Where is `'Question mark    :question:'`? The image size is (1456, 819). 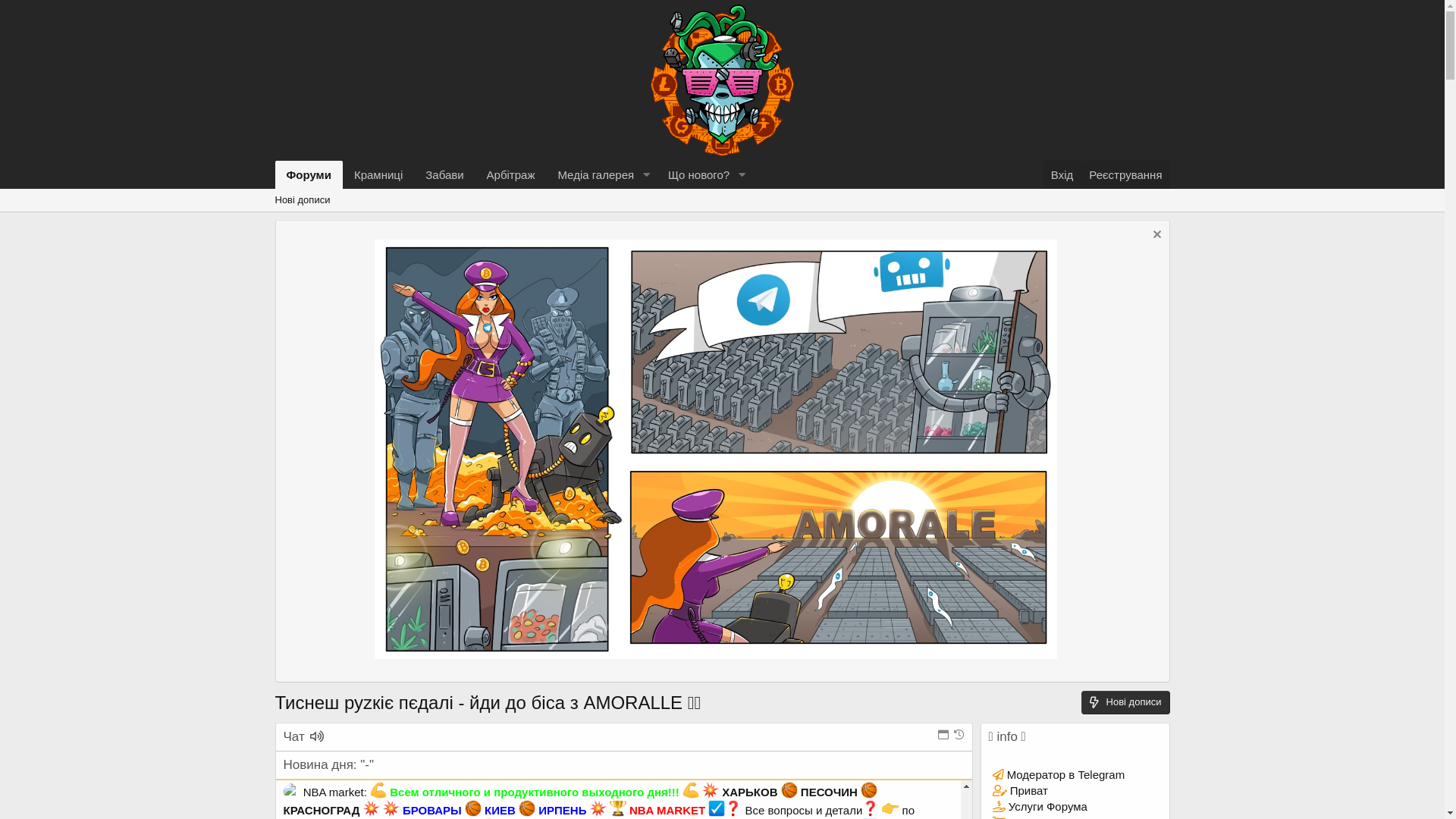 'Question mark    :question:' is located at coordinates (870, 807).